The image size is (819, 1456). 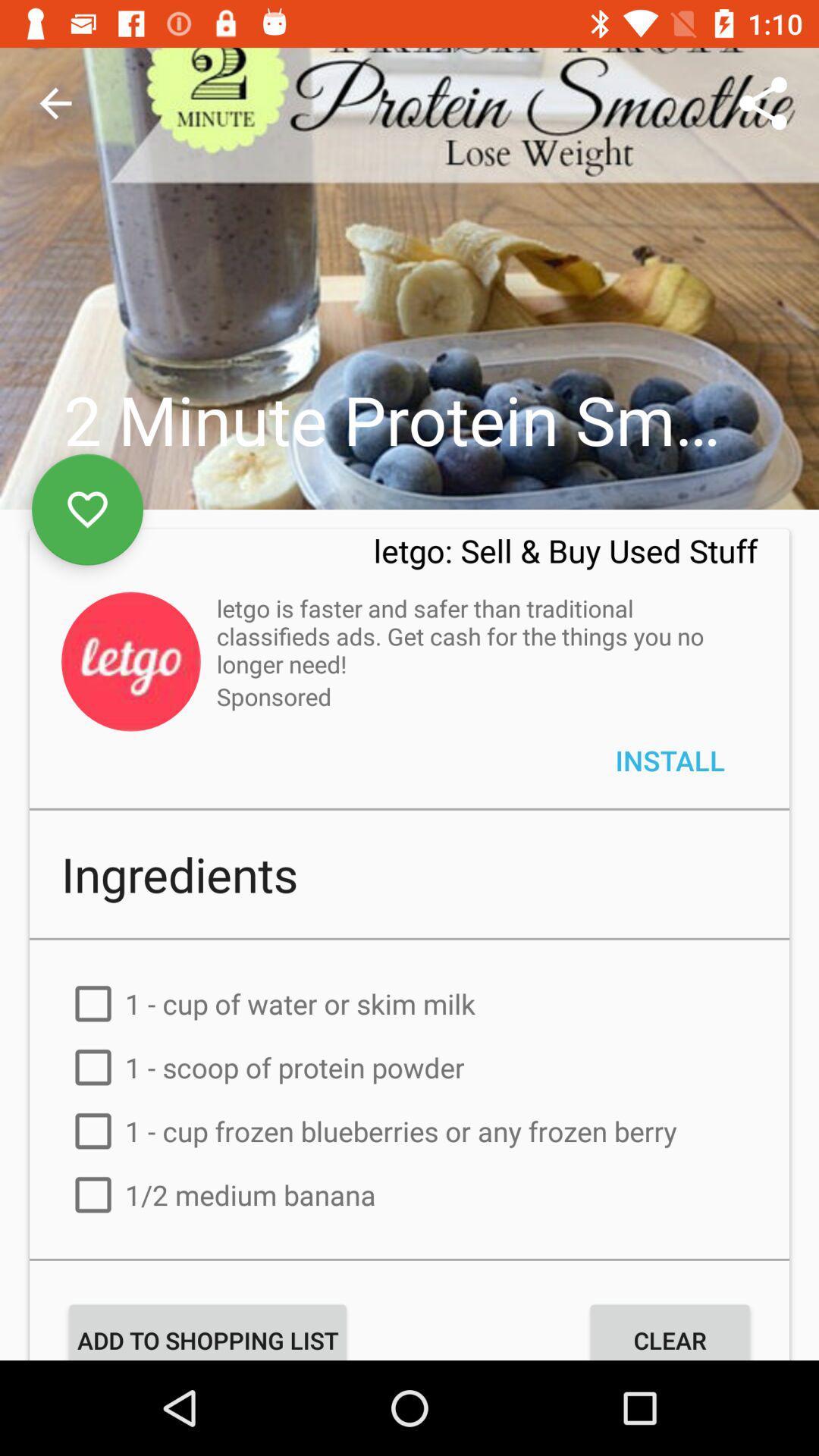 I want to click on shopping list, so click(x=409, y=1290).